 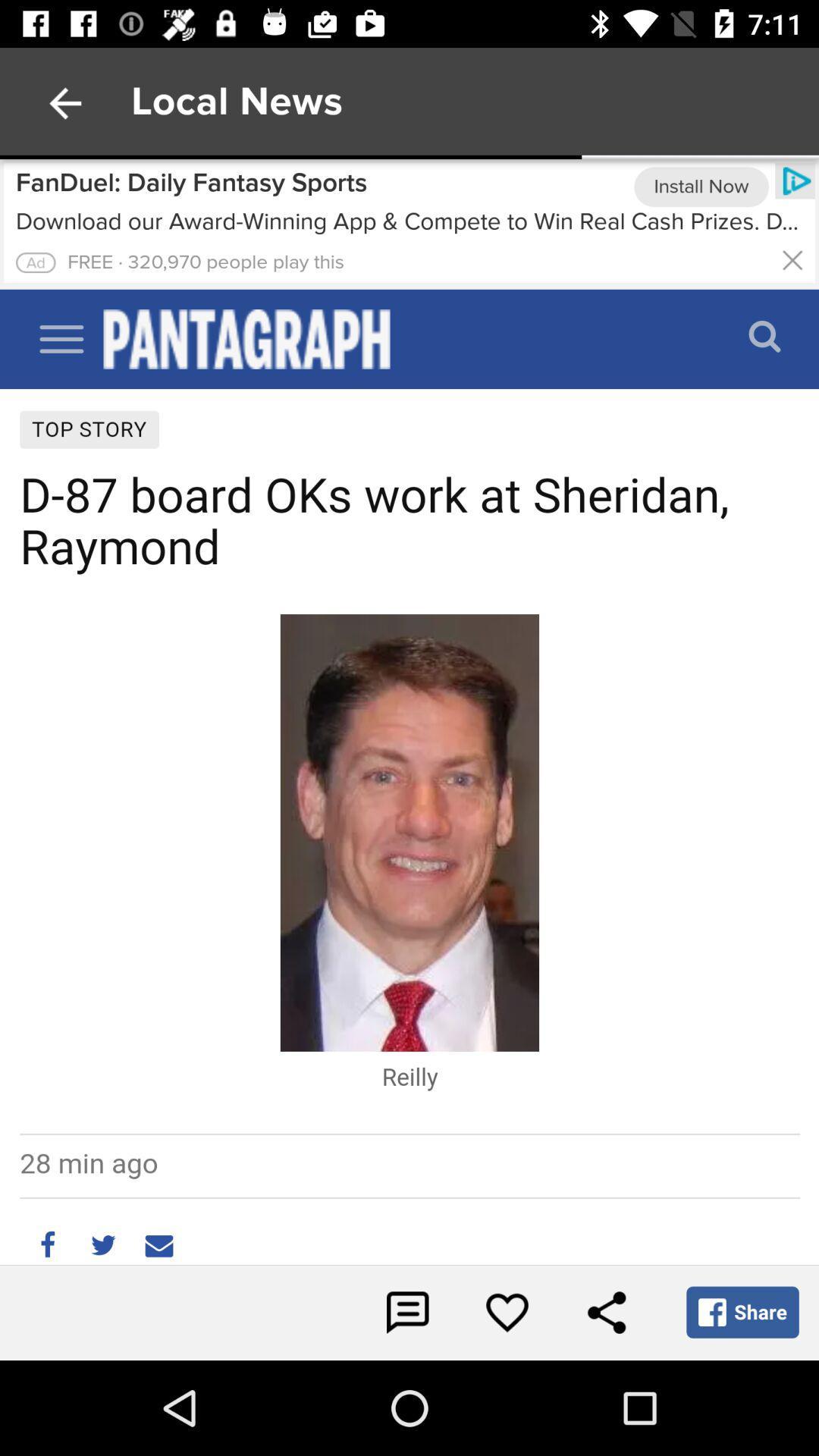 What do you see at coordinates (605, 1312) in the screenshot?
I see `share pantagraph` at bounding box center [605, 1312].